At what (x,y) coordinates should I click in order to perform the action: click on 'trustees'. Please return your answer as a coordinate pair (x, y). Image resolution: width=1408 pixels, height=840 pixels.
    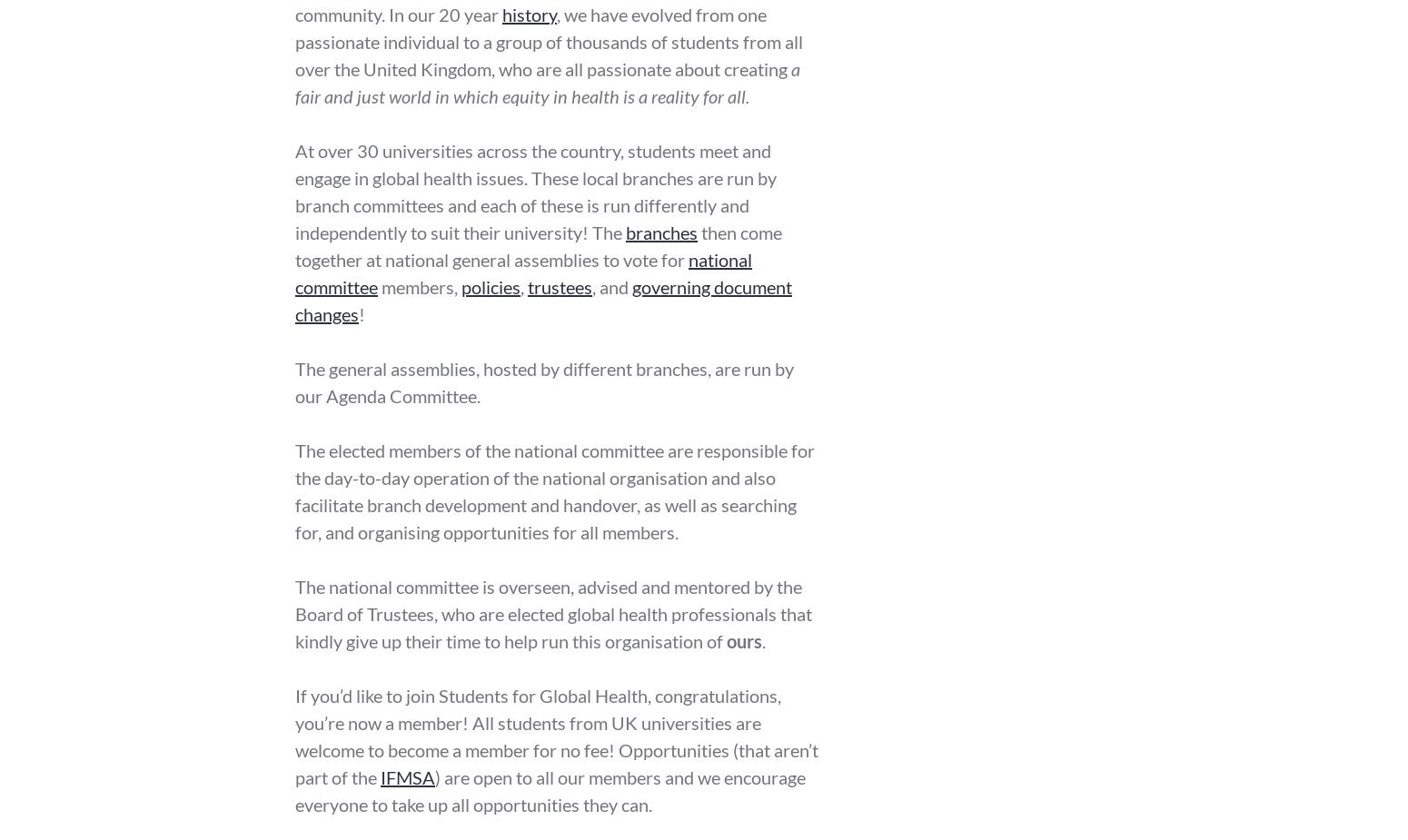
    Looking at the image, I should click on (560, 285).